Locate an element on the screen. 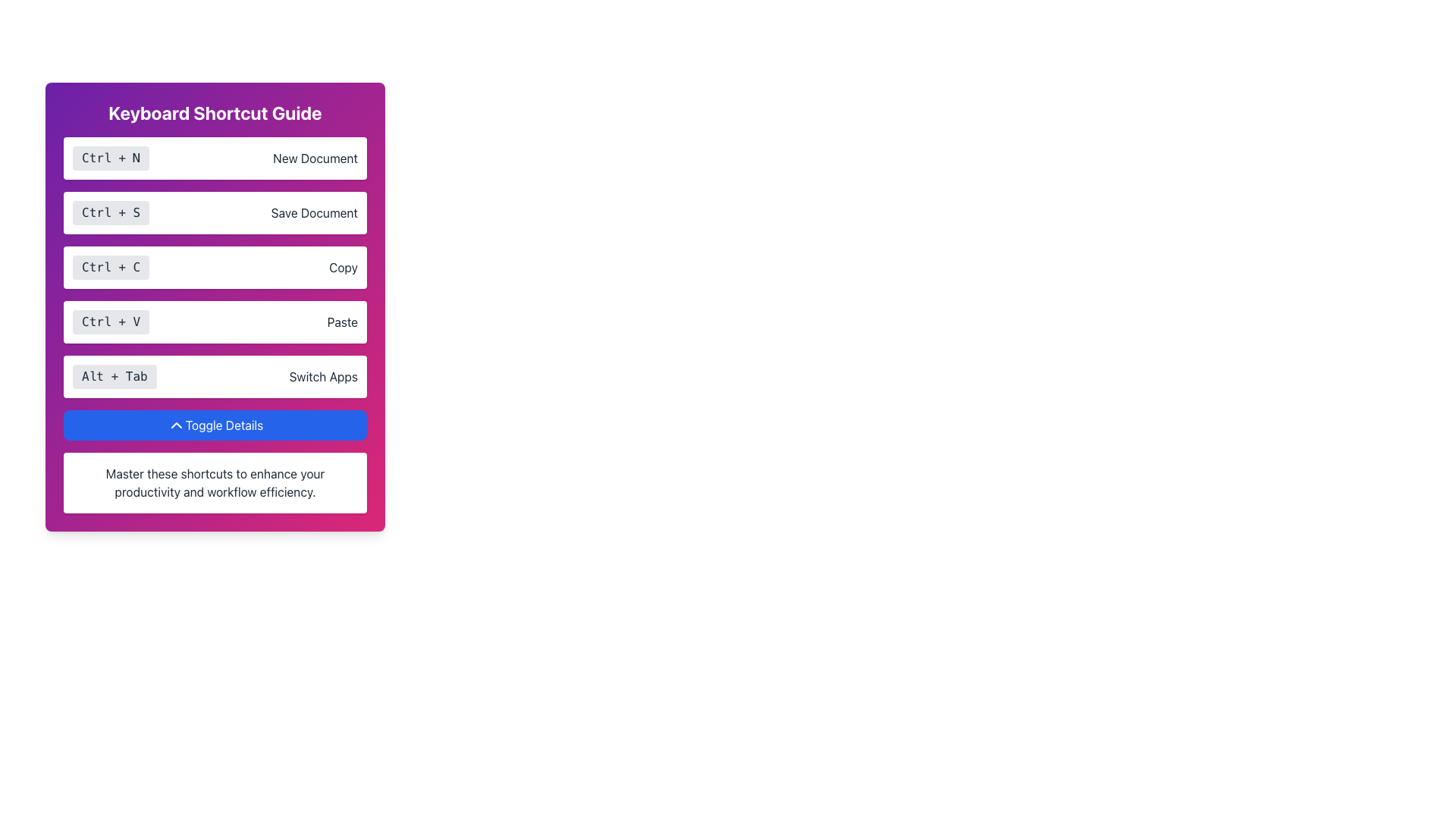 Image resolution: width=1456 pixels, height=819 pixels. the motivational textual label located beneath the blue 'Toggle Details' button, which is styled with a white background and rounded corners is located at coordinates (214, 482).